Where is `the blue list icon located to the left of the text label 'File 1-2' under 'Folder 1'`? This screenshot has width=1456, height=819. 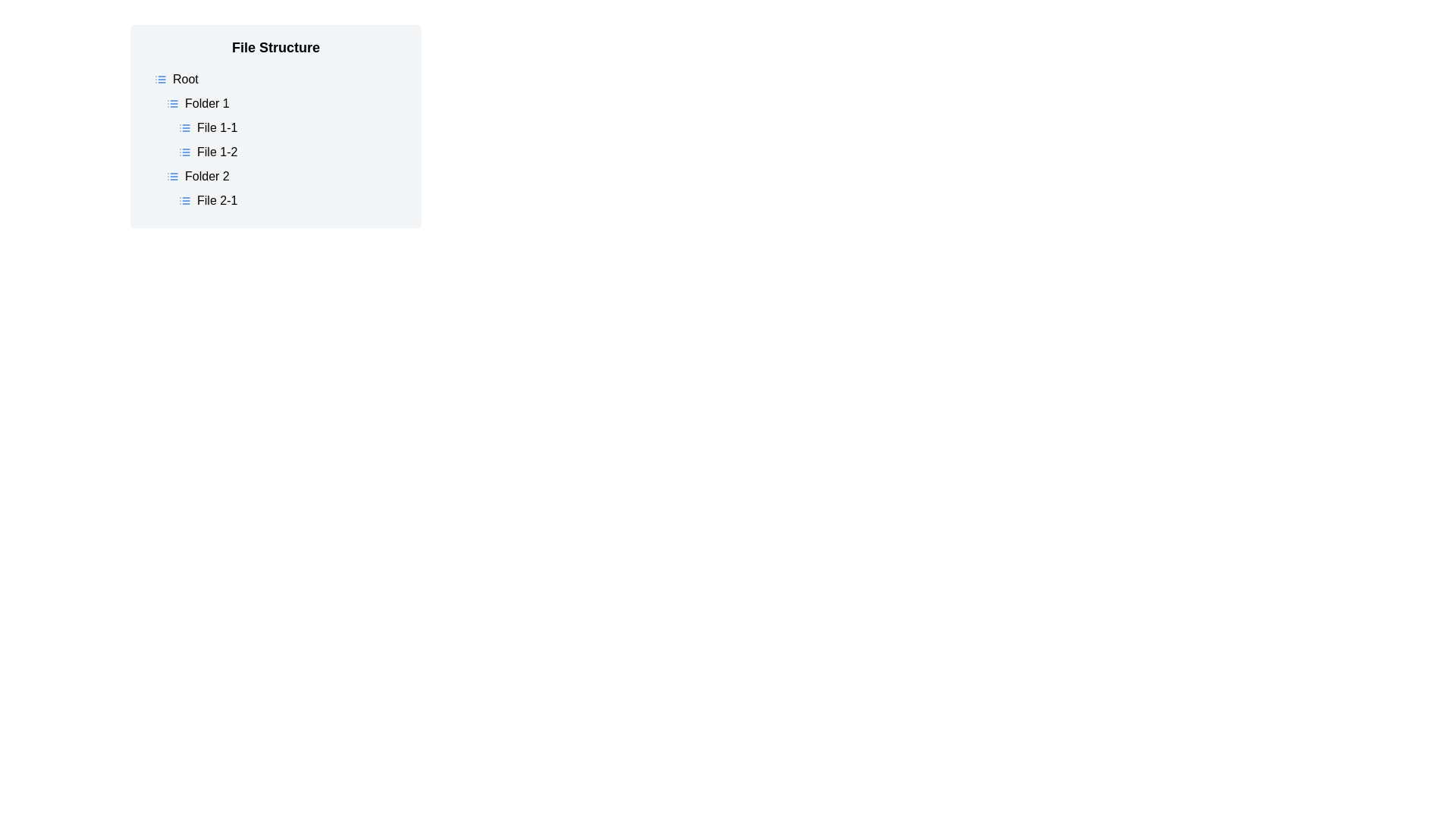
the blue list icon located to the left of the text label 'File 1-2' under 'Folder 1' is located at coordinates (184, 152).